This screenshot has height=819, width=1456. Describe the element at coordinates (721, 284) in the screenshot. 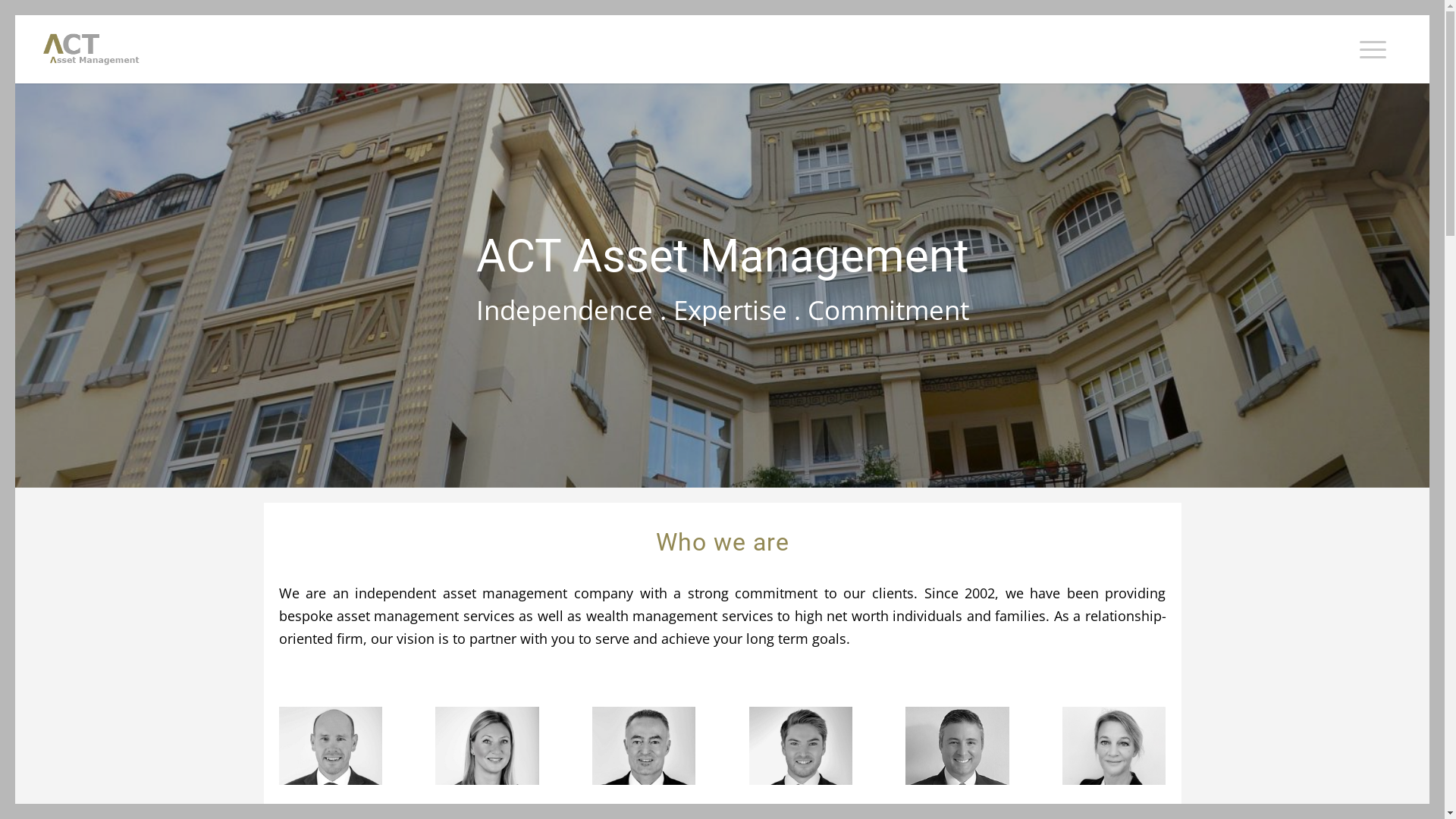

I see `'sterneby-bg'` at that location.